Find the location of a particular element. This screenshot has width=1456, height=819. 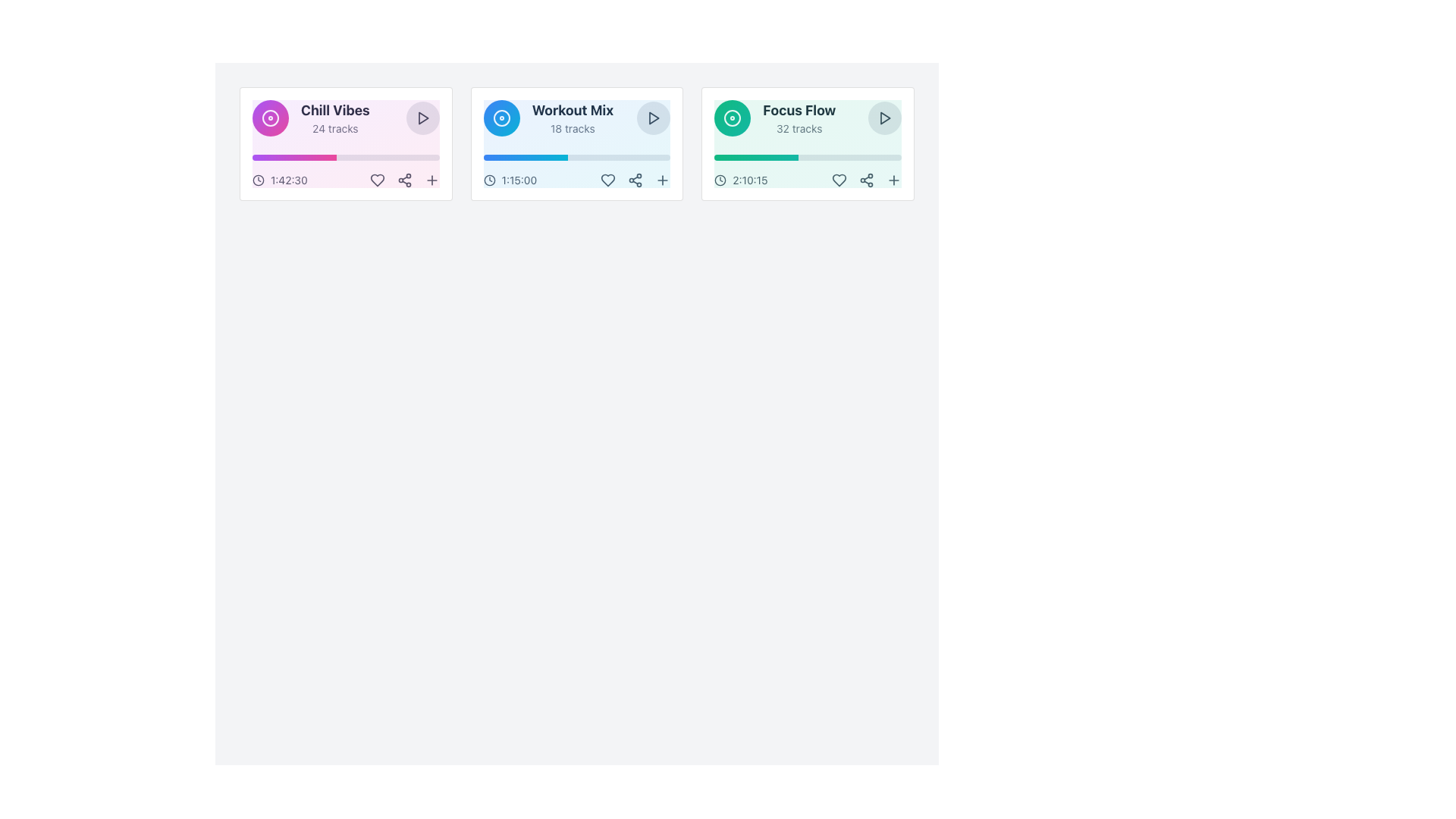

the play button located in the upper-right corner of the 'Workout Mix' card to initiate playback is located at coordinates (654, 117).